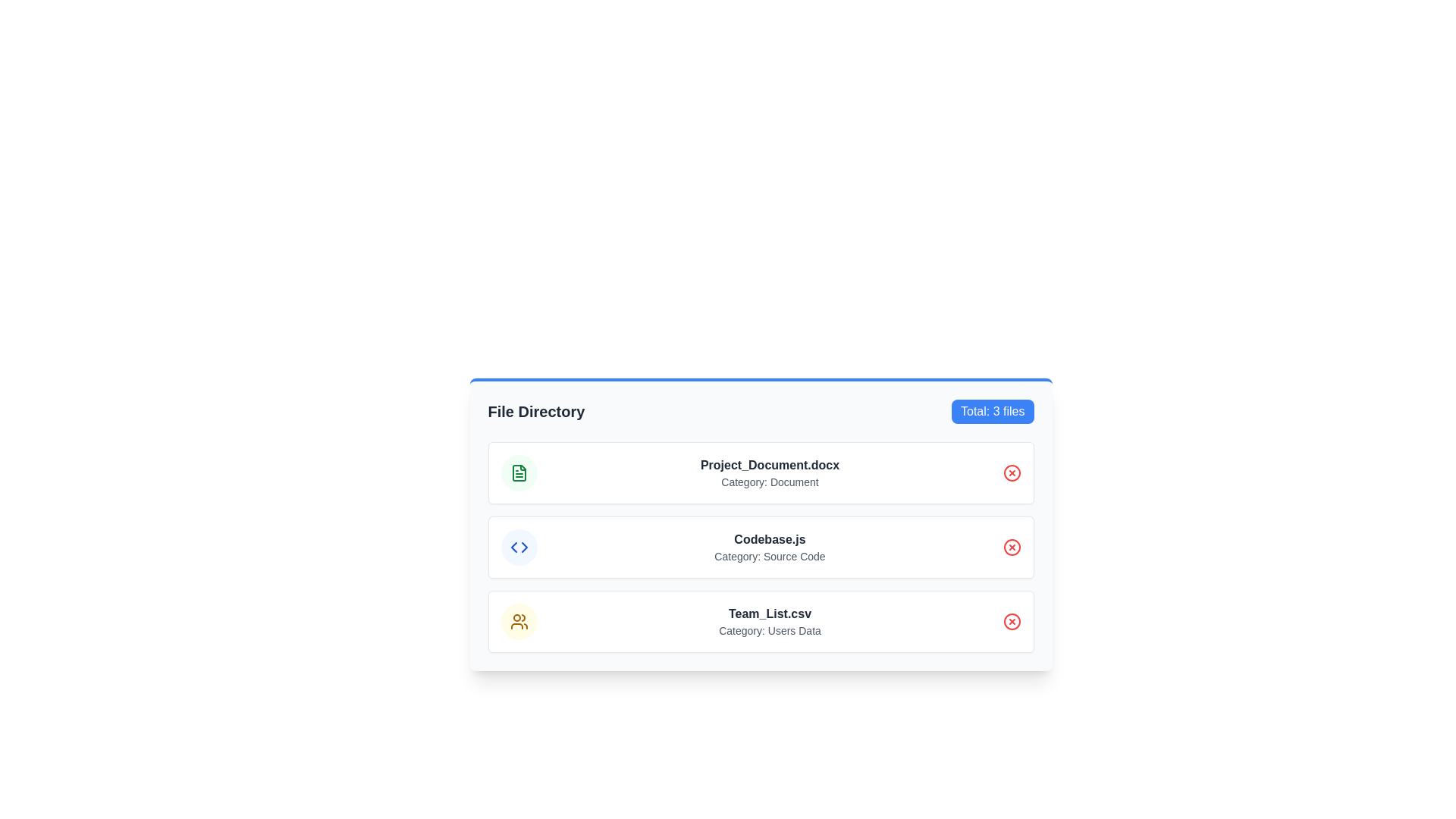 This screenshot has width=1456, height=819. I want to click on the document icon with a green outline located at the start of the row labeled 'Project_Document.docx', so click(519, 472).